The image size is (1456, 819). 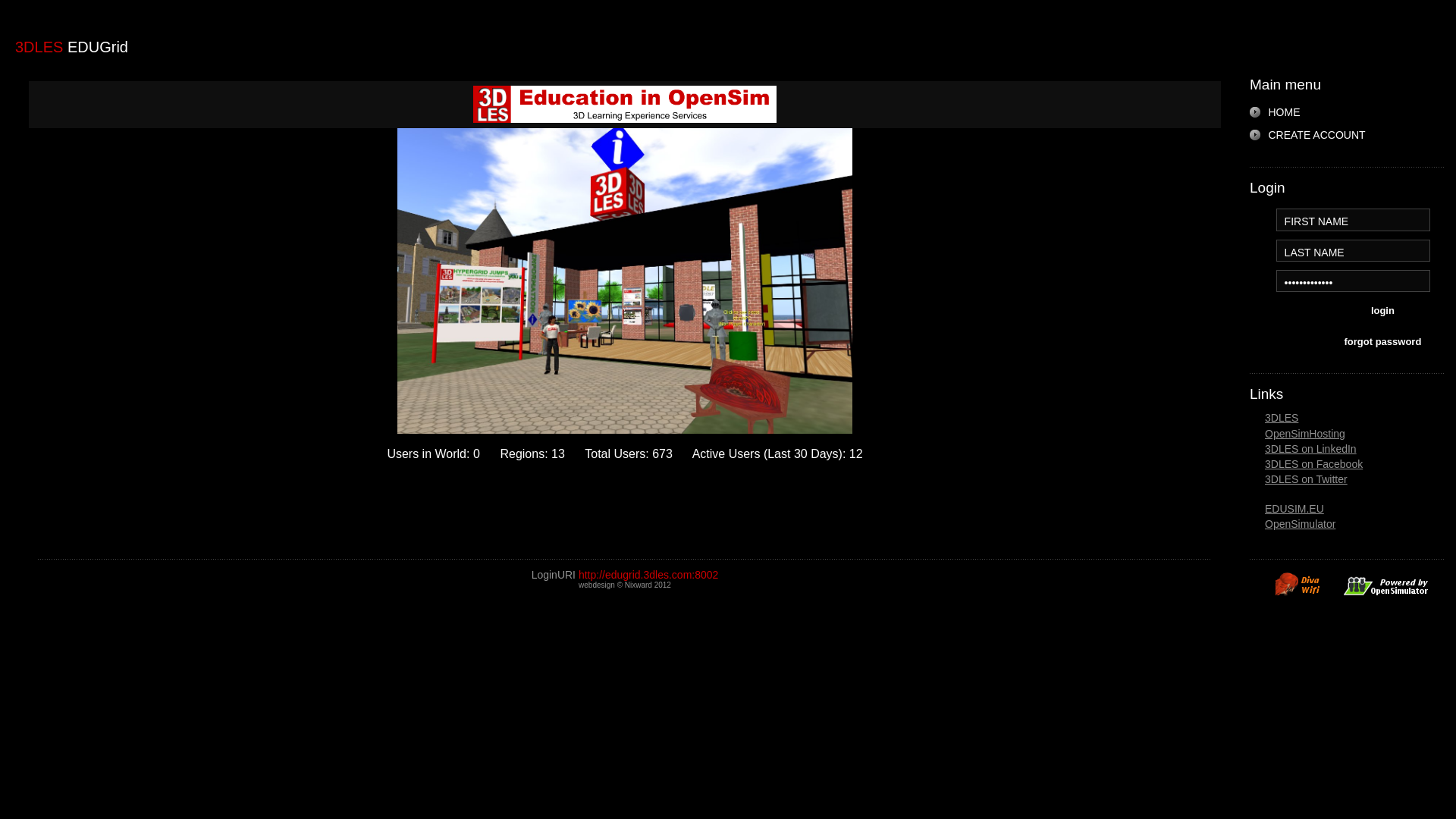 What do you see at coordinates (1382, 311) in the screenshot?
I see `'login'` at bounding box center [1382, 311].